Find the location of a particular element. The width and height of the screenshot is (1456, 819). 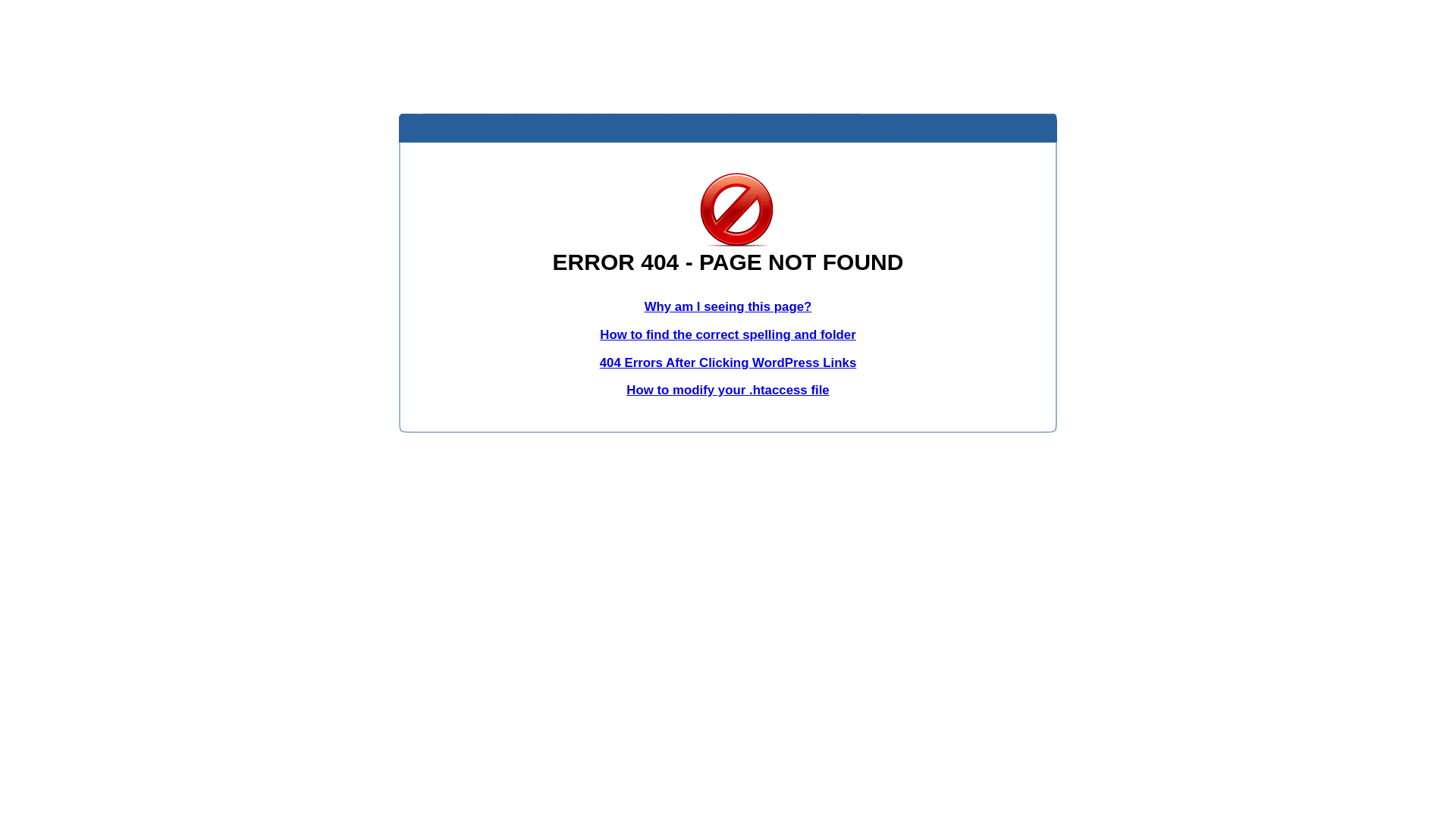

'How to modify your .htaccess file' is located at coordinates (626, 389).